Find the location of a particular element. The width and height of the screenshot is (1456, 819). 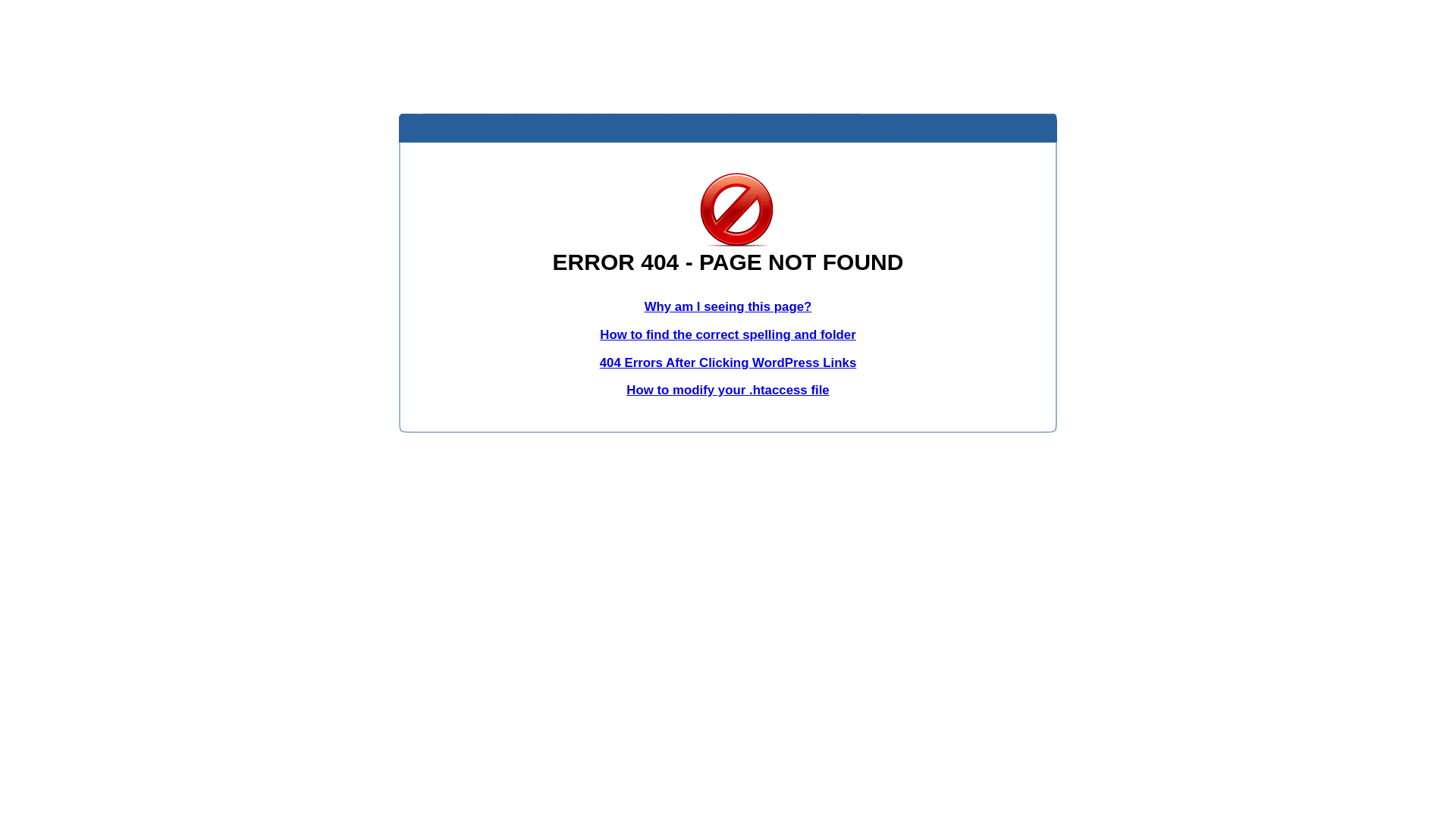

'How to modify your .htaccess file' is located at coordinates (626, 389).